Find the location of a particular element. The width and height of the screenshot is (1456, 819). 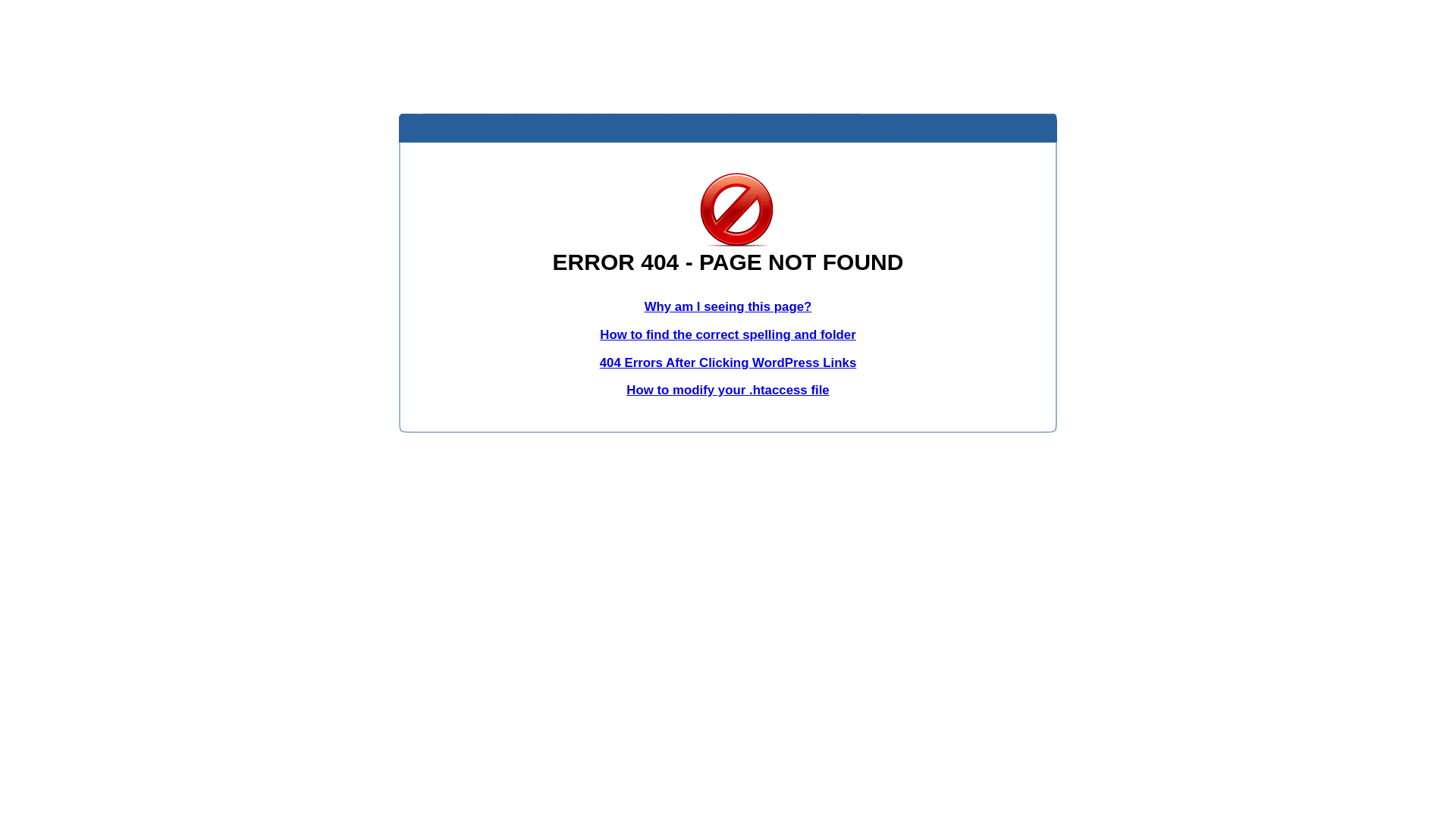

'How to modify your .htaccess file' is located at coordinates (626, 389).